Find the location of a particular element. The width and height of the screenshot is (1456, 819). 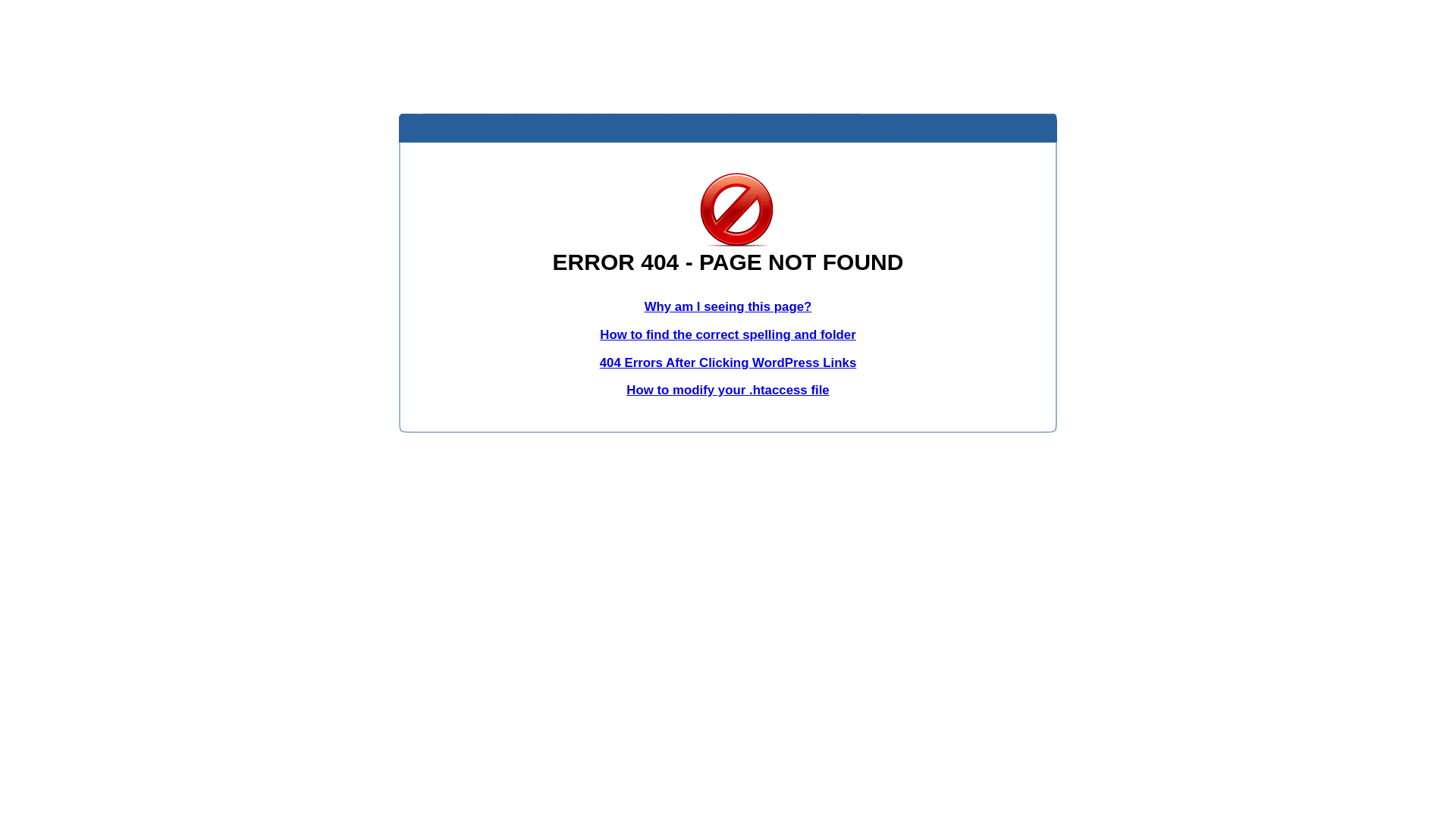

'How to modify your .htaccess file' is located at coordinates (626, 389).